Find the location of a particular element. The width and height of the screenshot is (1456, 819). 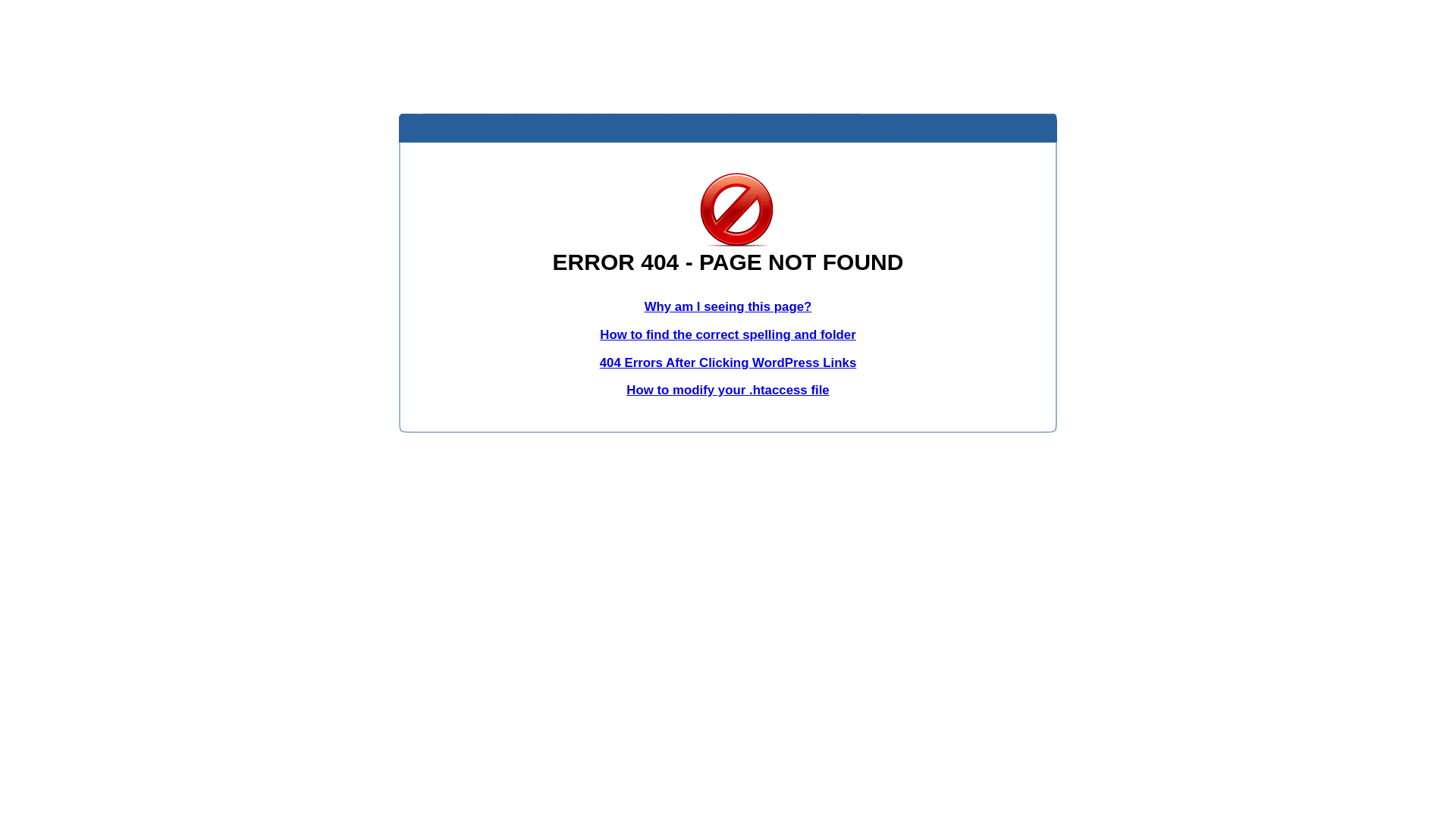

'How to modify your .htaccess file' is located at coordinates (626, 389).